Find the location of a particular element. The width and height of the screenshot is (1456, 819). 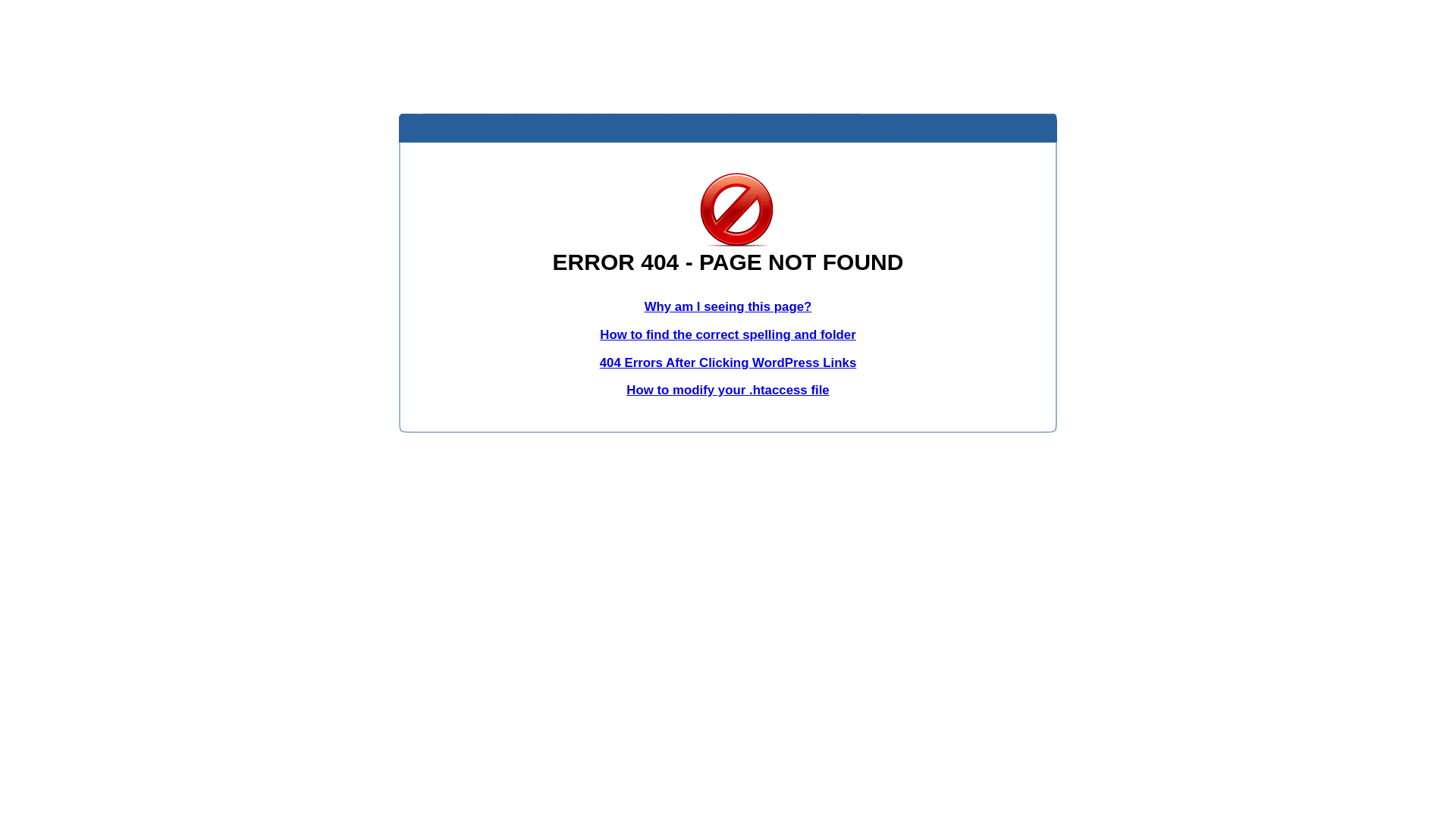

'How to modify your .htaccess file' is located at coordinates (626, 389).